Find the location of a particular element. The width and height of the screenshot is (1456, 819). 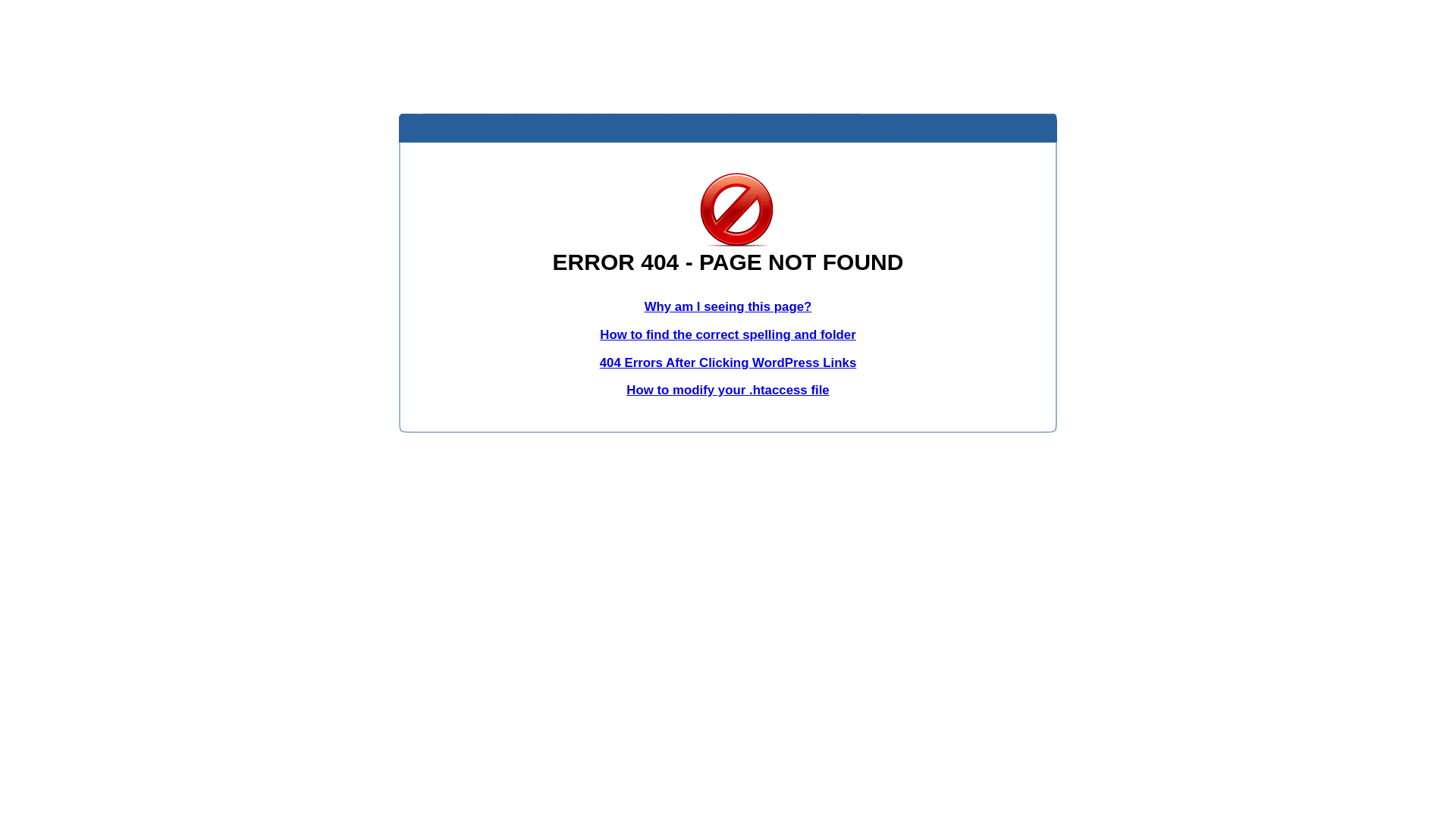

'How to modify your .htaccess file' is located at coordinates (626, 389).